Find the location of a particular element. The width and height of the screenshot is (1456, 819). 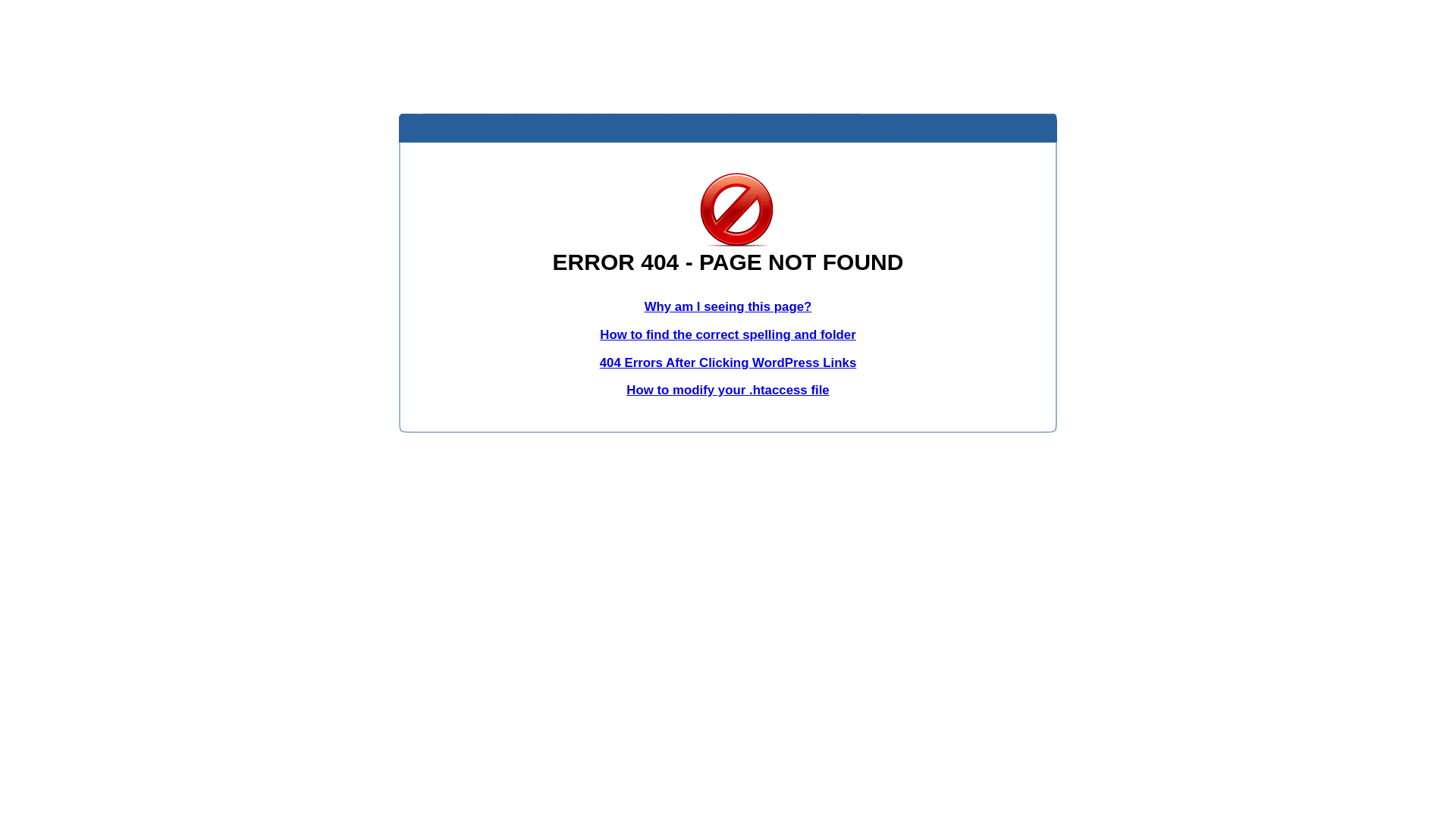

'How to modify your .htaccess file' is located at coordinates (626, 389).